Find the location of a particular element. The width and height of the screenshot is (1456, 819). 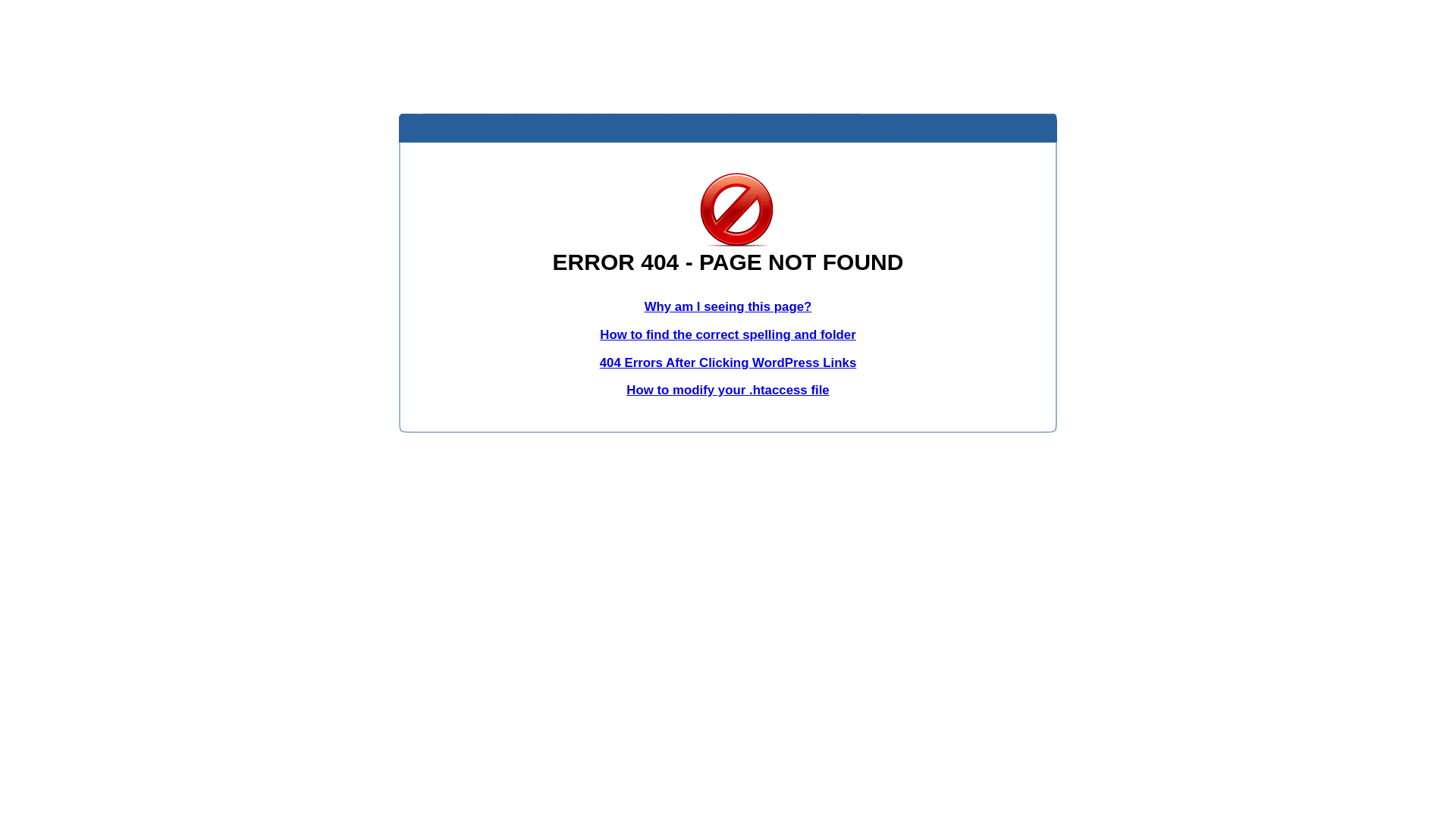

'How to modify your .htaccess file' is located at coordinates (626, 389).